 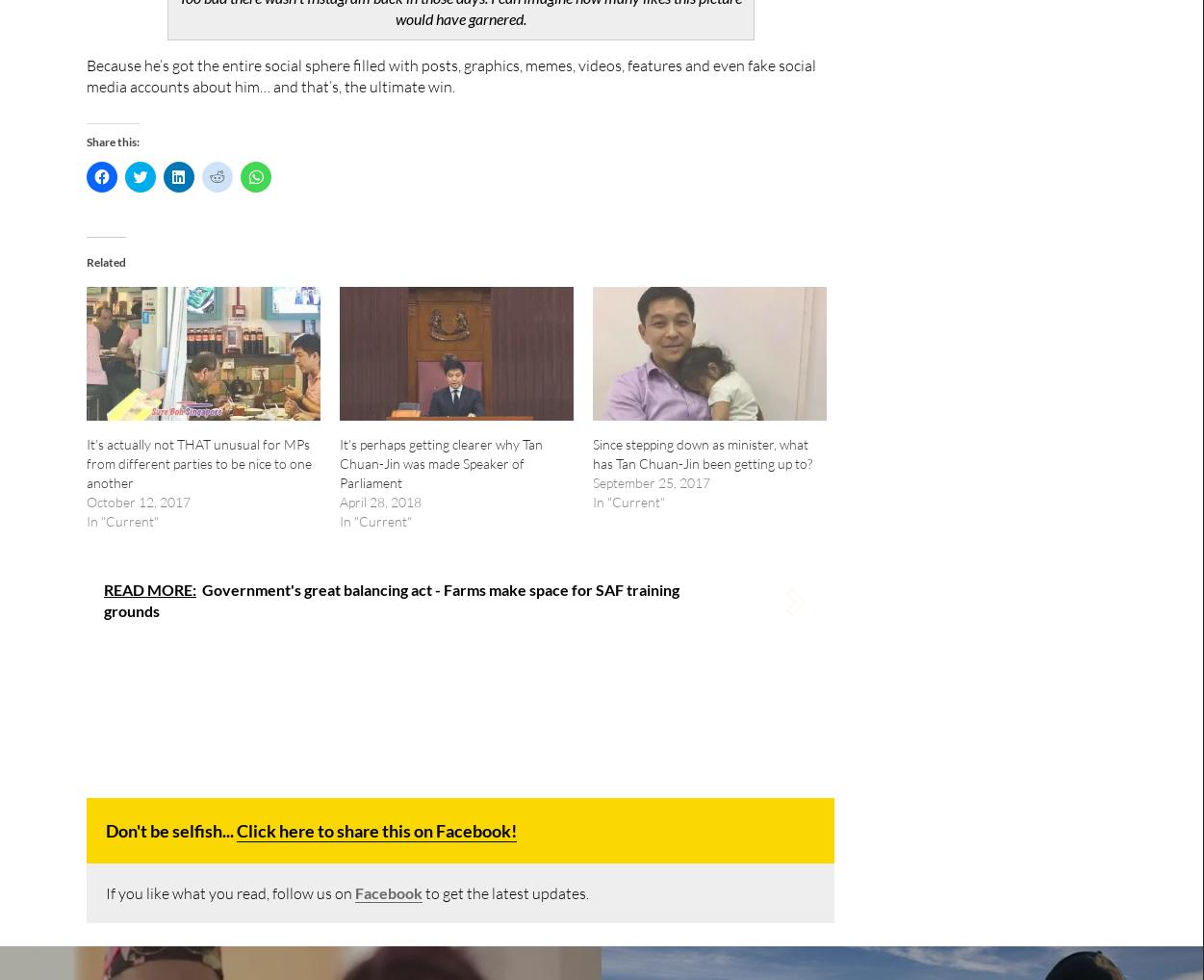 I want to click on 'If you like what you read, follow us on', so click(x=229, y=890).